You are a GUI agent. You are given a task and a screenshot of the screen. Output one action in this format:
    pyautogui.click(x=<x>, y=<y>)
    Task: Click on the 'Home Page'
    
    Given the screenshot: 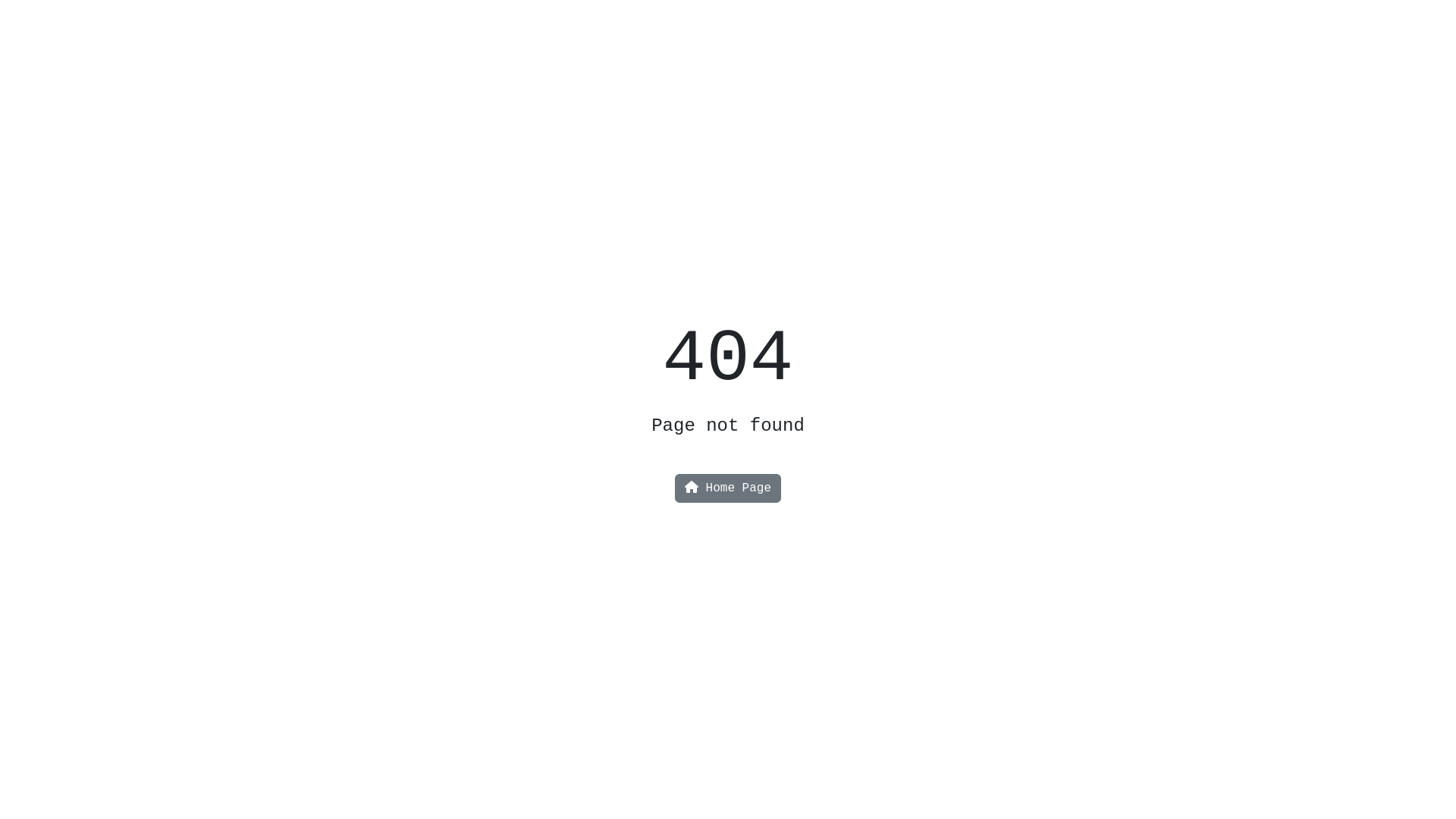 What is the action you would take?
    pyautogui.click(x=728, y=488)
    